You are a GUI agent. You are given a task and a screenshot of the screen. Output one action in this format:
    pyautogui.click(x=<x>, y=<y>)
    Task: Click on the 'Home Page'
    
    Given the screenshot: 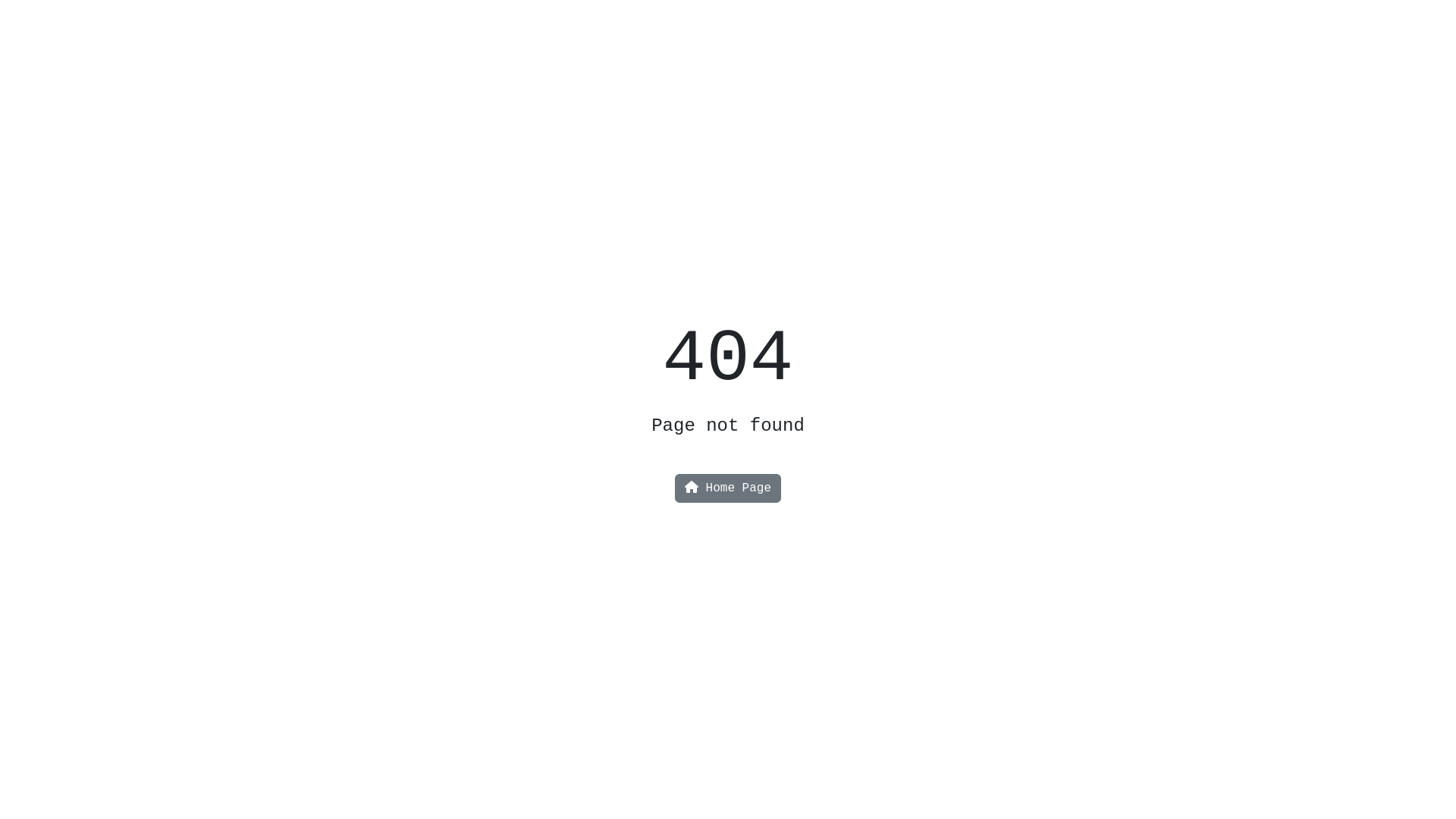 What is the action you would take?
    pyautogui.click(x=728, y=488)
    